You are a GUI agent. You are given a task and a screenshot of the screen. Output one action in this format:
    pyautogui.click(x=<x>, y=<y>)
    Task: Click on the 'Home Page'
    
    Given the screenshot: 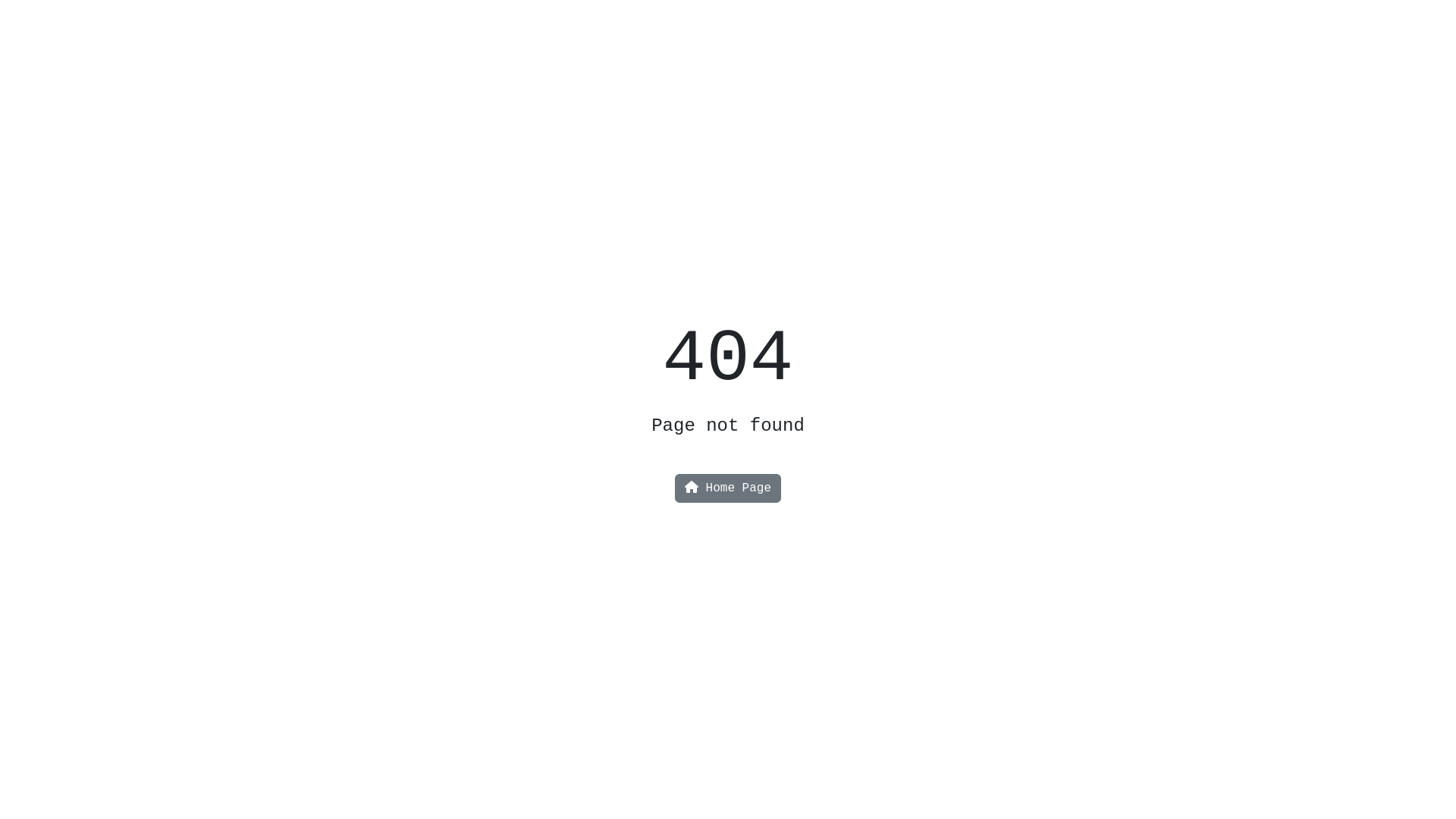 What is the action you would take?
    pyautogui.click(x=728, y=488)
    